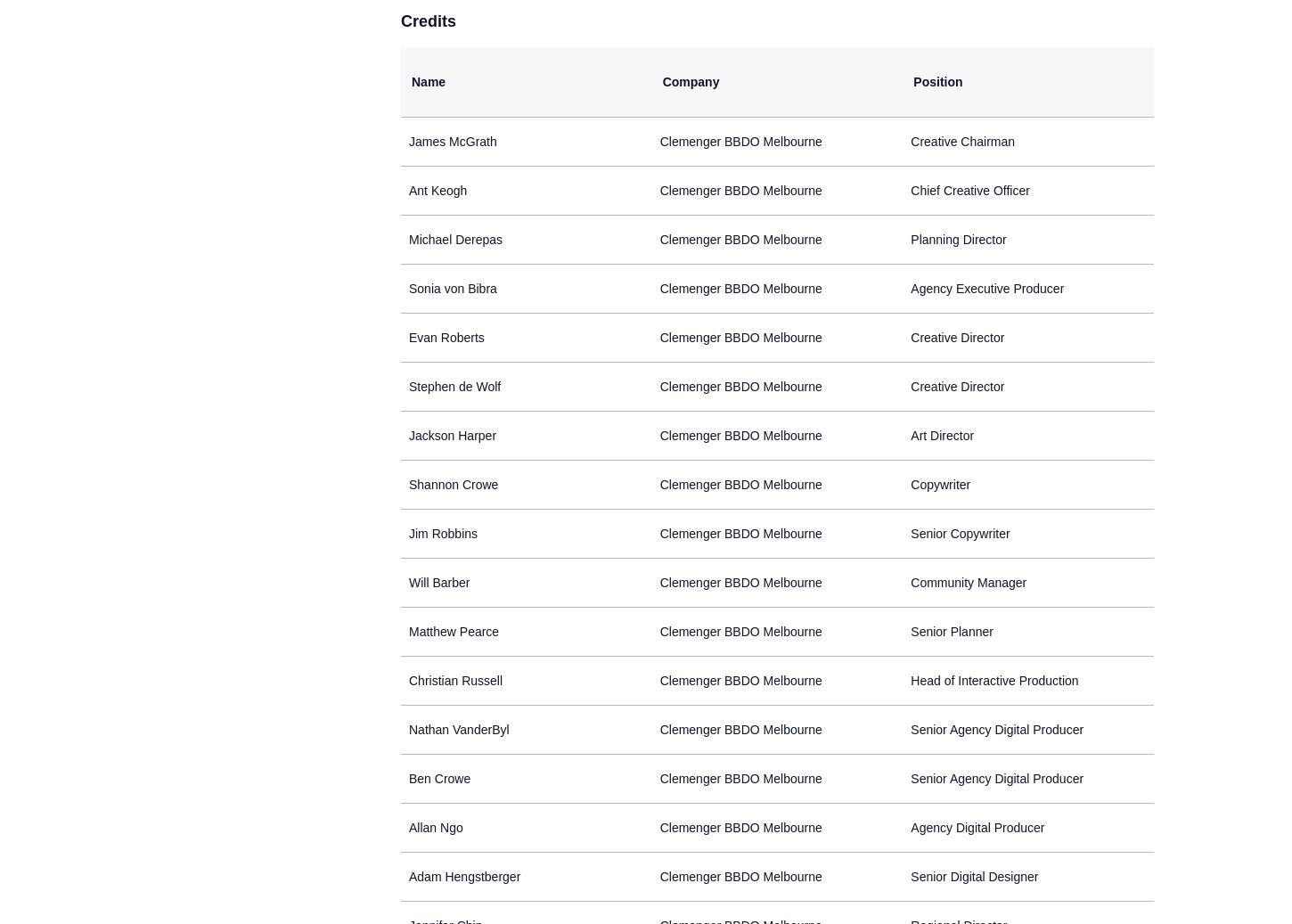  I want to click on 'Shannon Crowe', so click(453, 485).